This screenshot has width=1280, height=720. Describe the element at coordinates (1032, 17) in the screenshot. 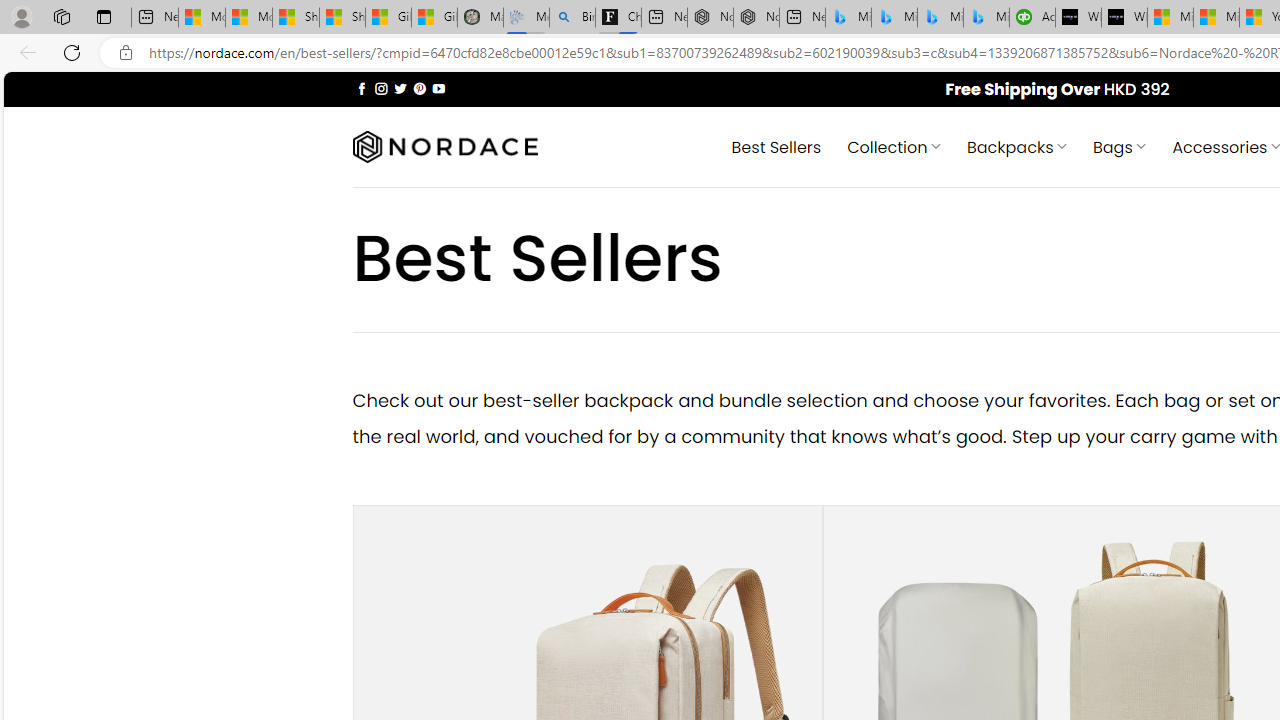

I see `'Accounting Software for Accountants, CPAs and Bookkeepers'` at that location.